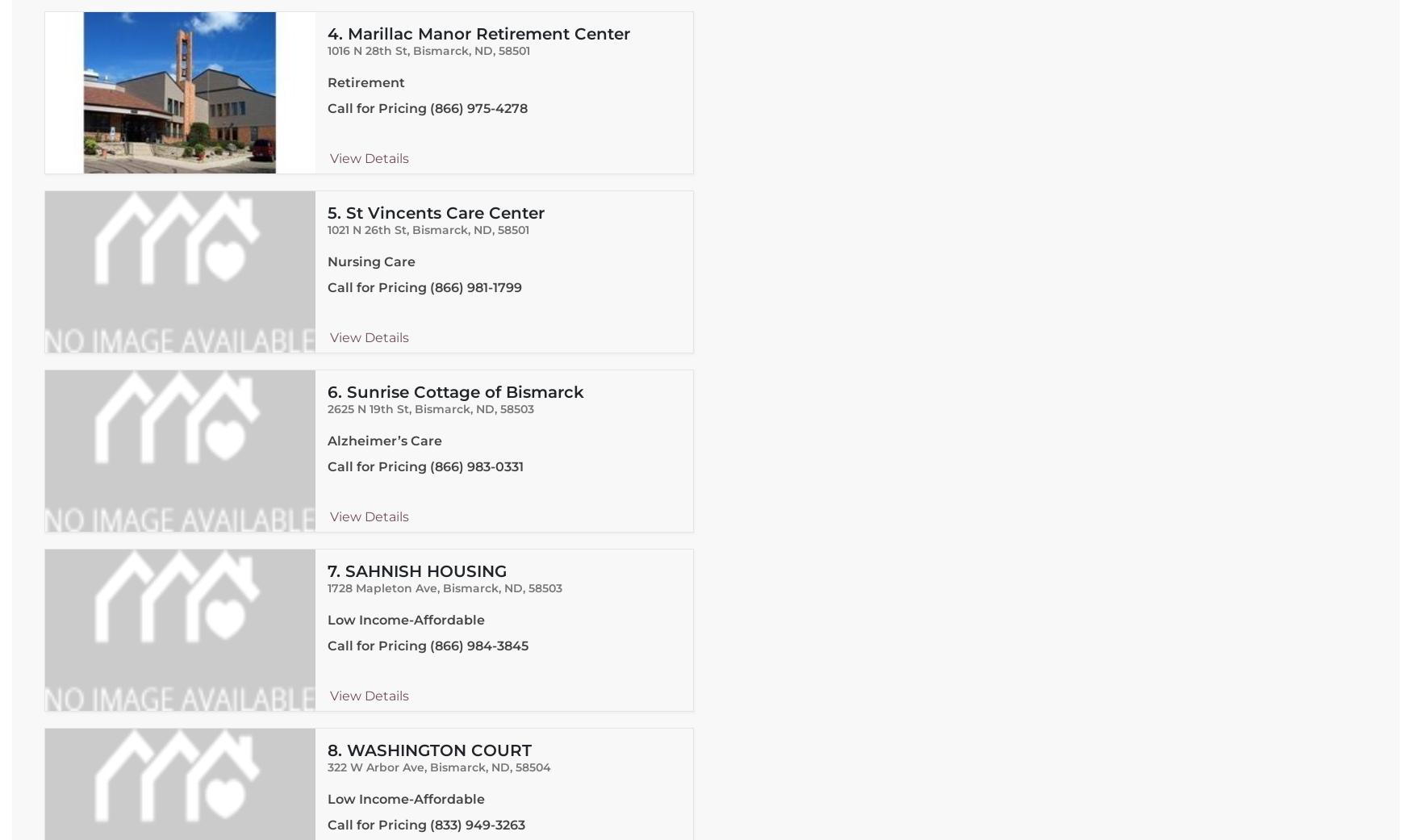 This screenshot has height=840, width=1412. I want to click on '1016 N 28th St', so click(366, 49).